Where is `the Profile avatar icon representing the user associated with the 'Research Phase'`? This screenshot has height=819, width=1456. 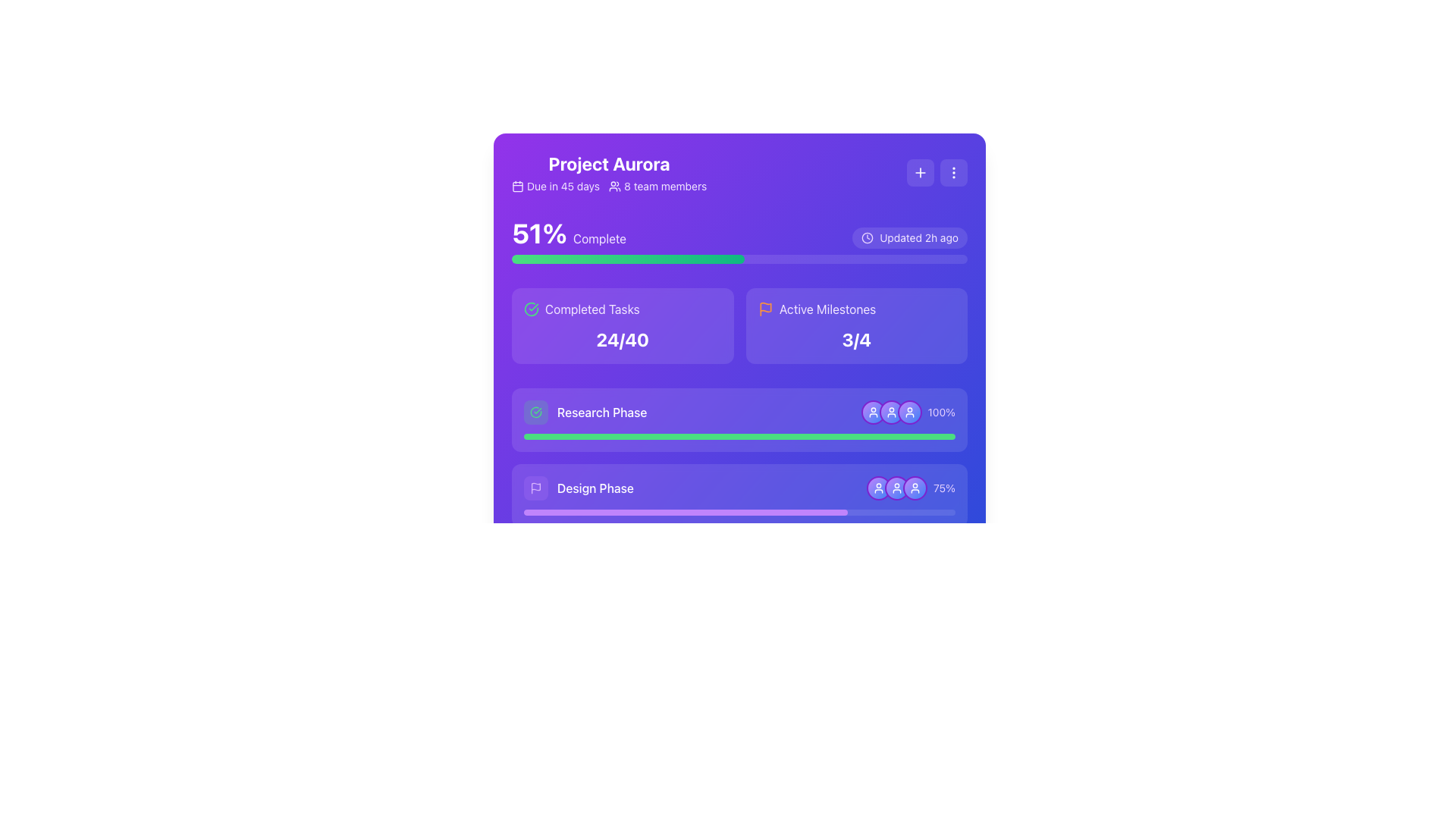
the Profile avatar icon representing the user associated with the 'Research Phase' is located at coordinates (873, 412).